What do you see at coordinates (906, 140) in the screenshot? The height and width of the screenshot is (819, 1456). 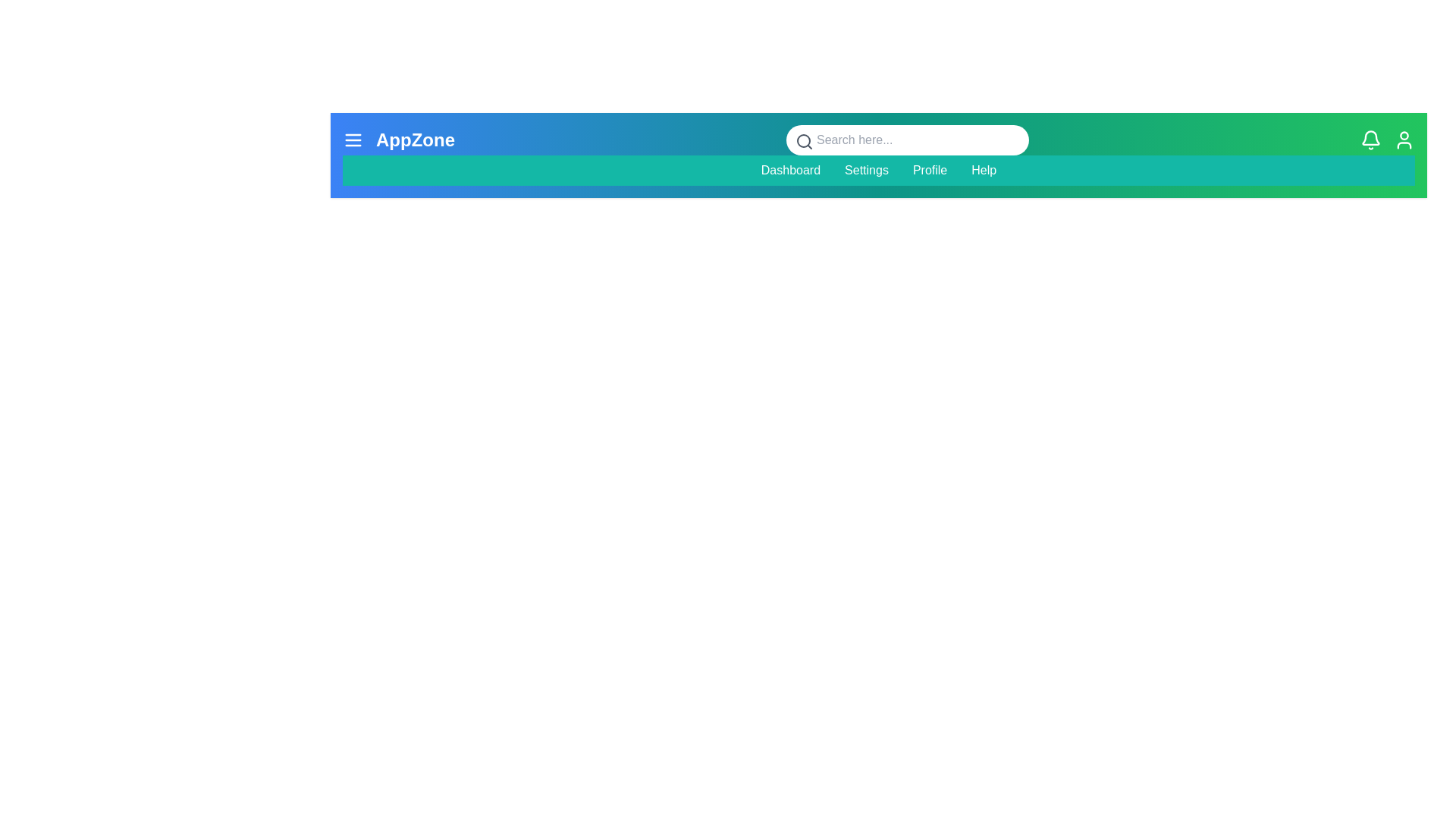 I see `the search input field and type 'example'` at bounding box center [906, 140].